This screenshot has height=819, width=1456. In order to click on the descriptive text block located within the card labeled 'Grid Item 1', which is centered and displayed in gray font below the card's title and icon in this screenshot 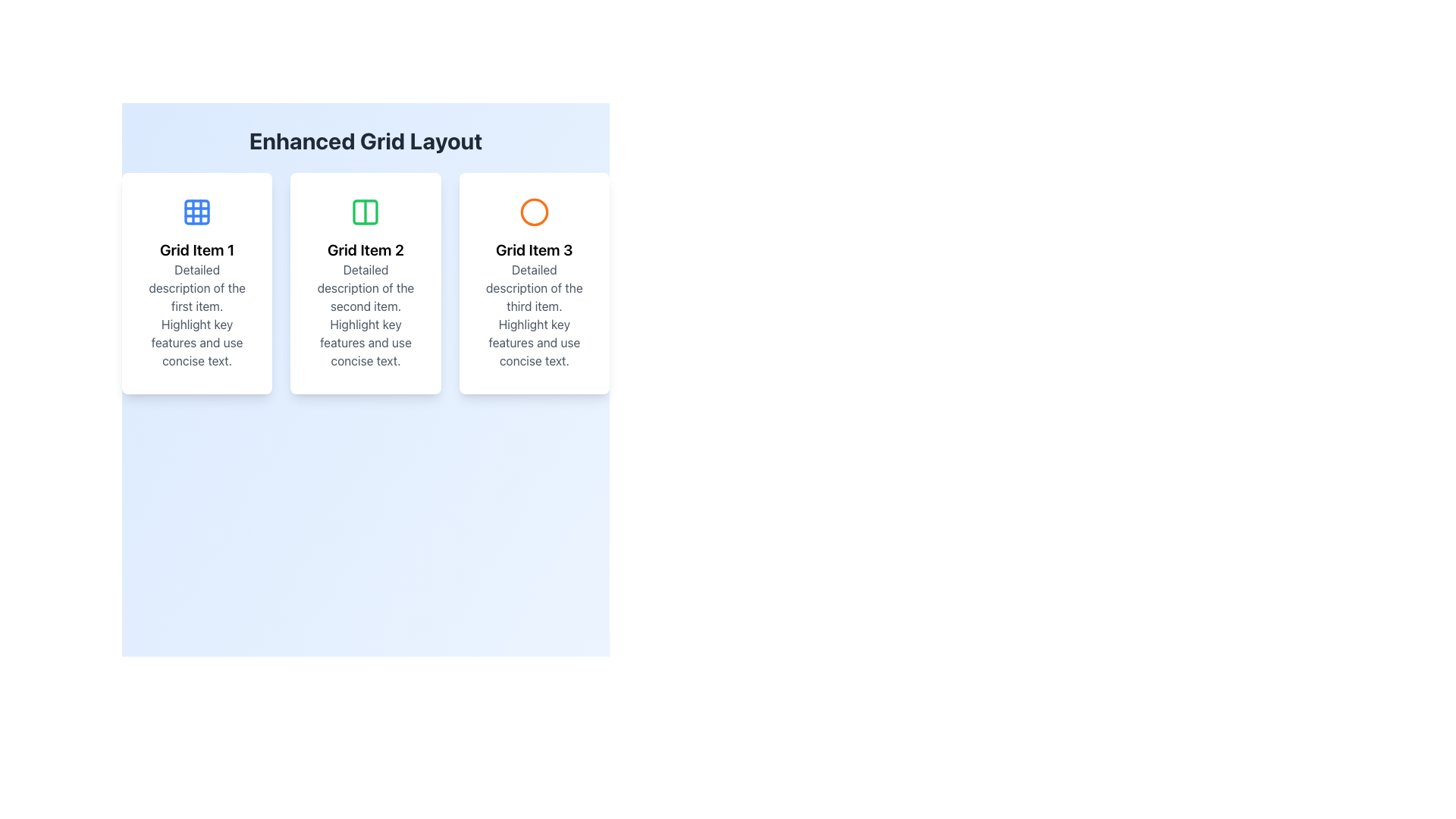, I will do `click(196, 315)`.